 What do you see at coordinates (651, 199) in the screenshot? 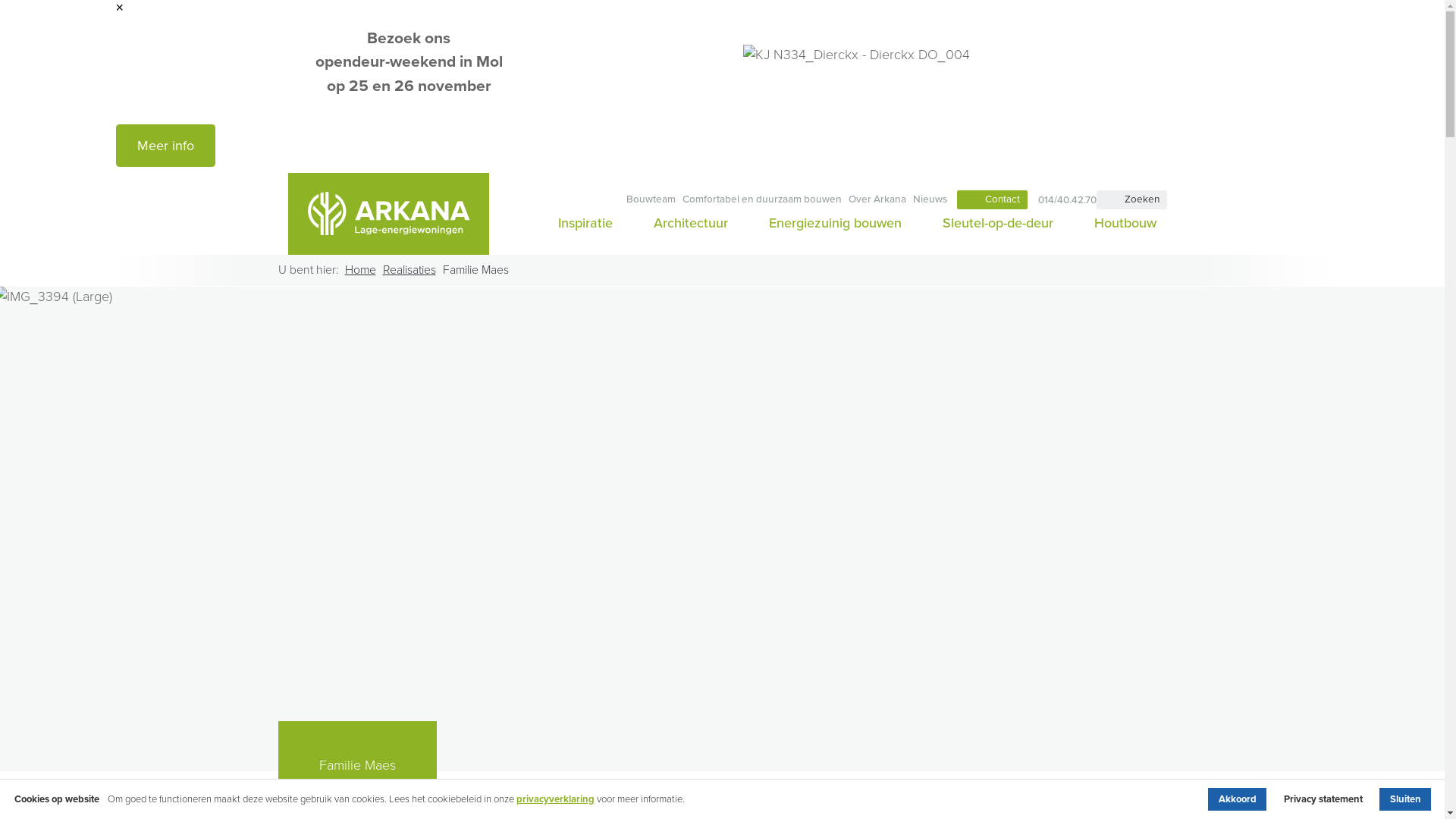
I see `'Bouwteam'` at bounding box center [651, 199].